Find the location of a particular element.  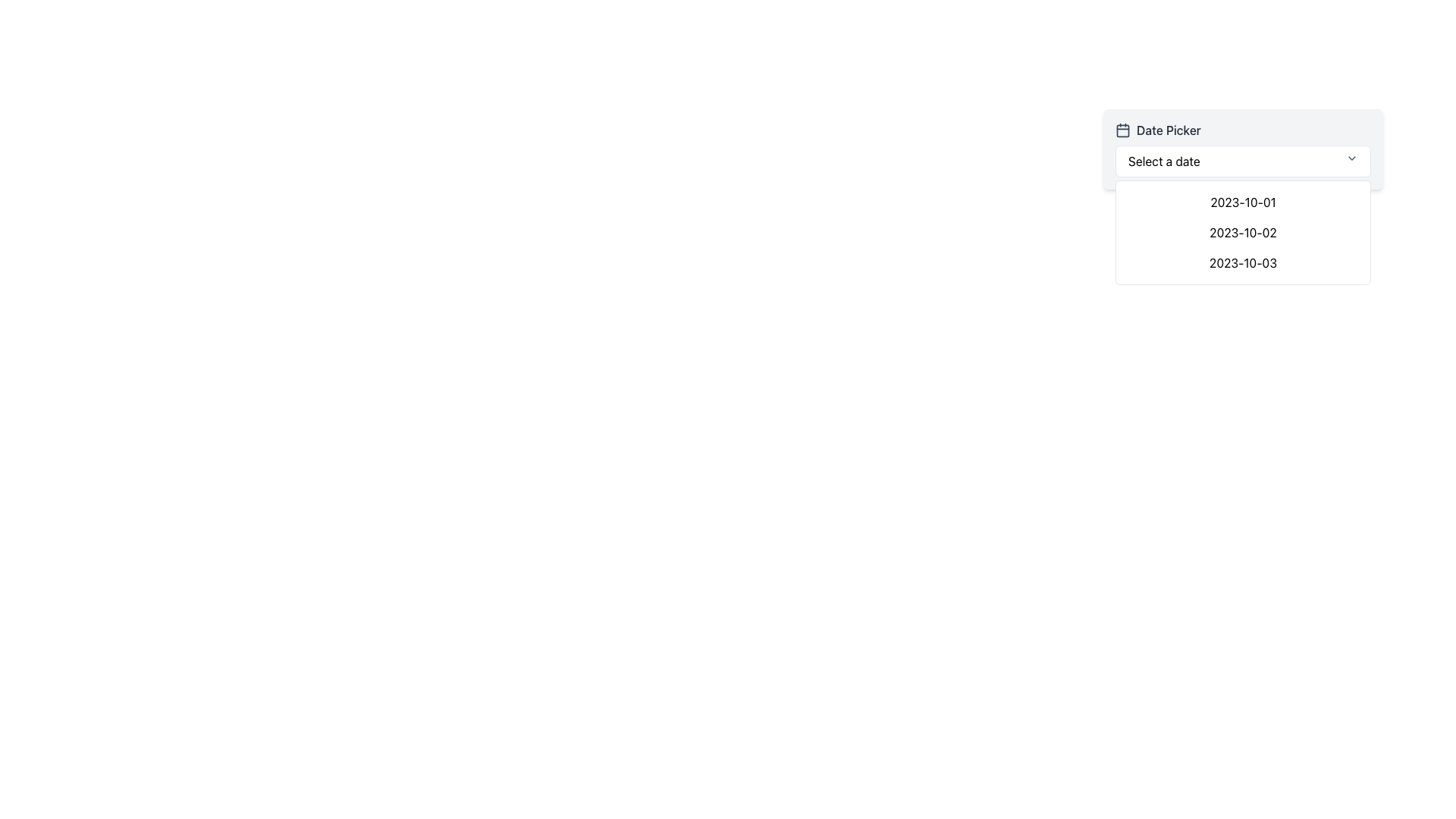

the text label displaying the date '2023-10-02', which is the second item in a vertically stacked list of dates in a dropdown menu is located at coordinates (1243, 233).